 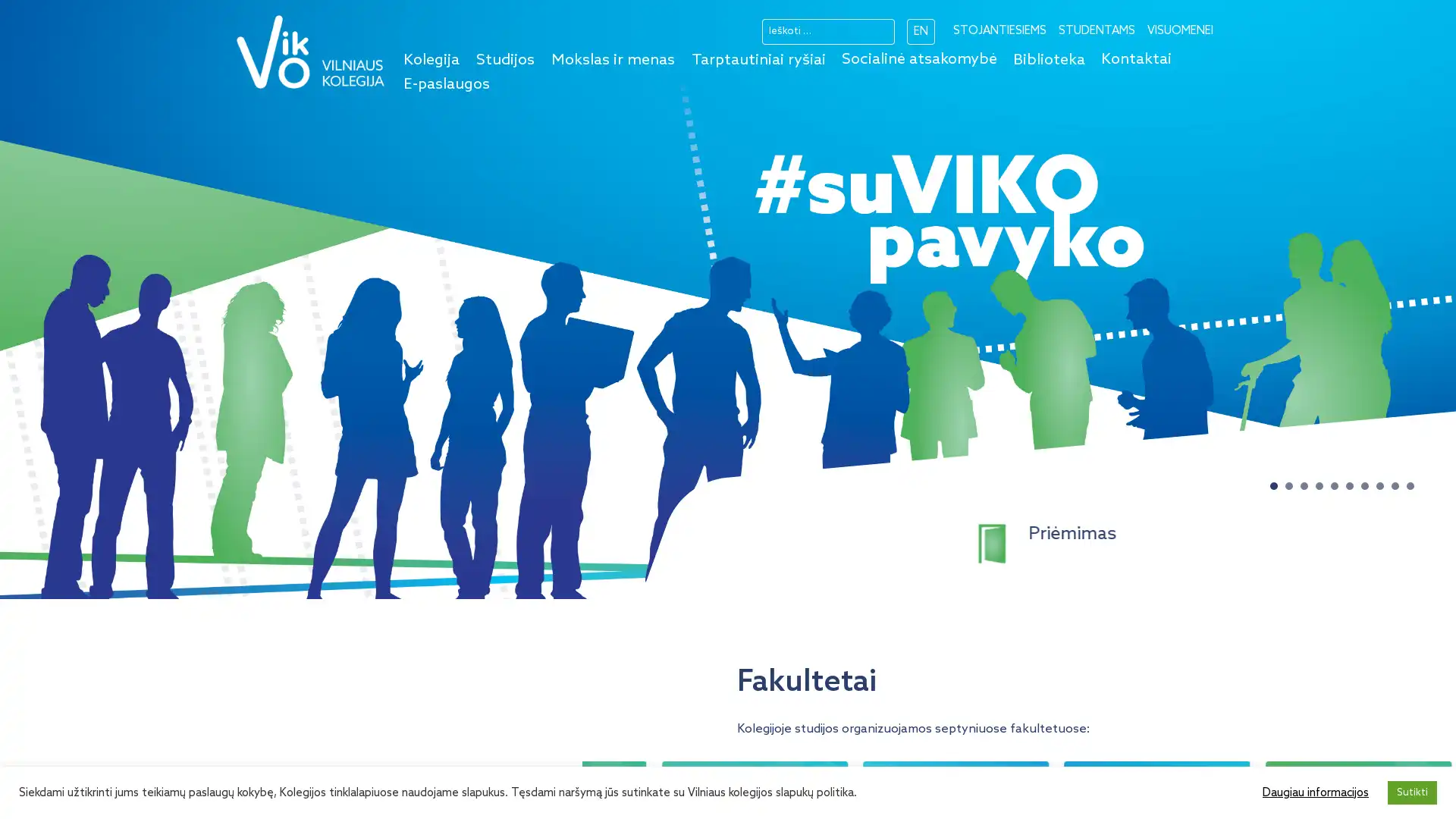 I want to click on Studijos, so click(x=505, y=60).